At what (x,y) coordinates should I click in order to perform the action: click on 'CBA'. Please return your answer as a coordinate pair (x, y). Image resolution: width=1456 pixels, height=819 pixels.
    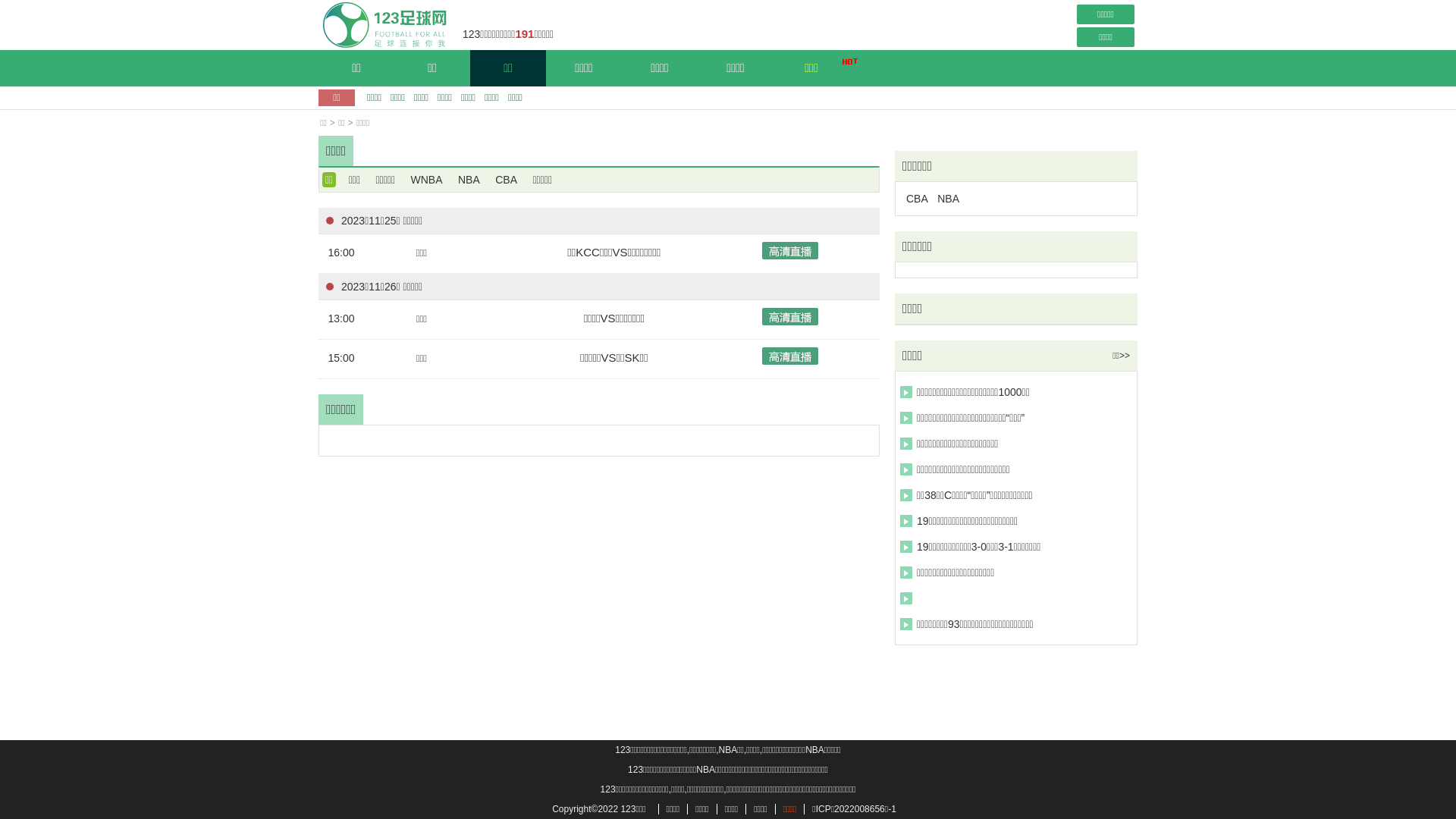
    Looking at the image, I should click on (491, 178).